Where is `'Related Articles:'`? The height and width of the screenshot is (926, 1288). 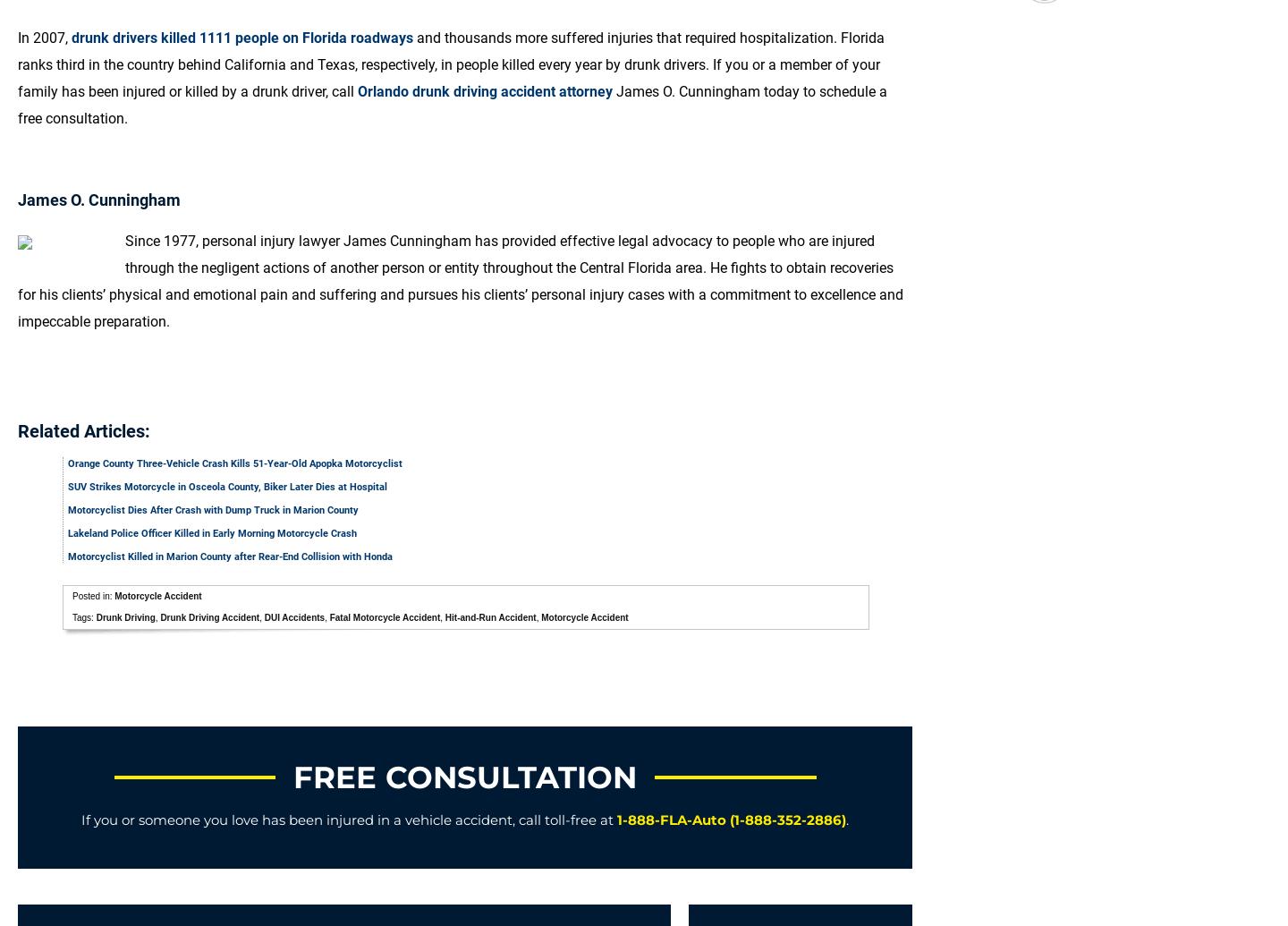
'Related Articles:' is located at coordinates (17, 430).